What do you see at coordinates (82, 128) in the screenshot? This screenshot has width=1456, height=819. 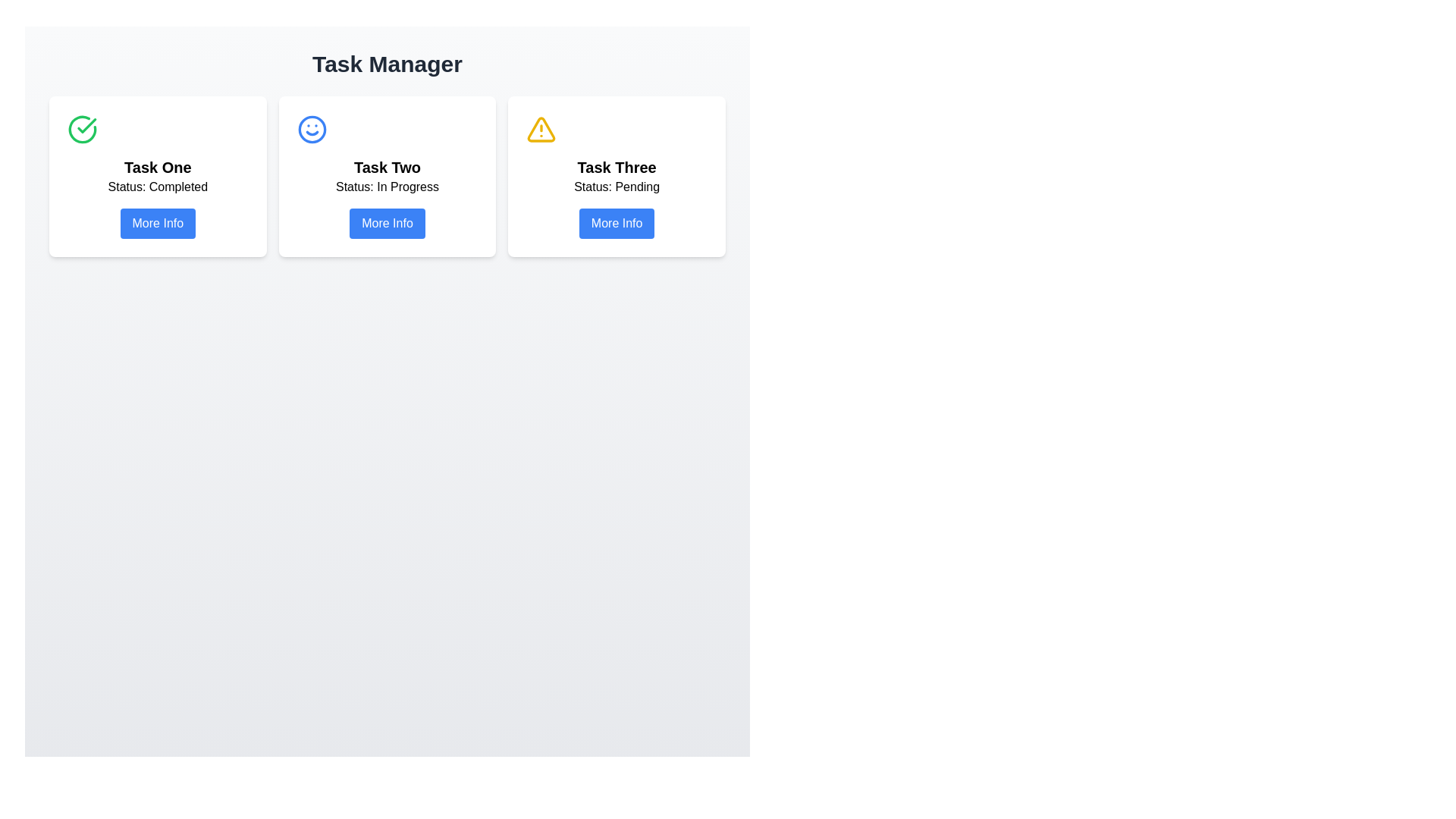 I see `the circular icon with a green outline and checkmark, located at the top-left corner of the 'Task One' card` at bounding box center [82, 128].